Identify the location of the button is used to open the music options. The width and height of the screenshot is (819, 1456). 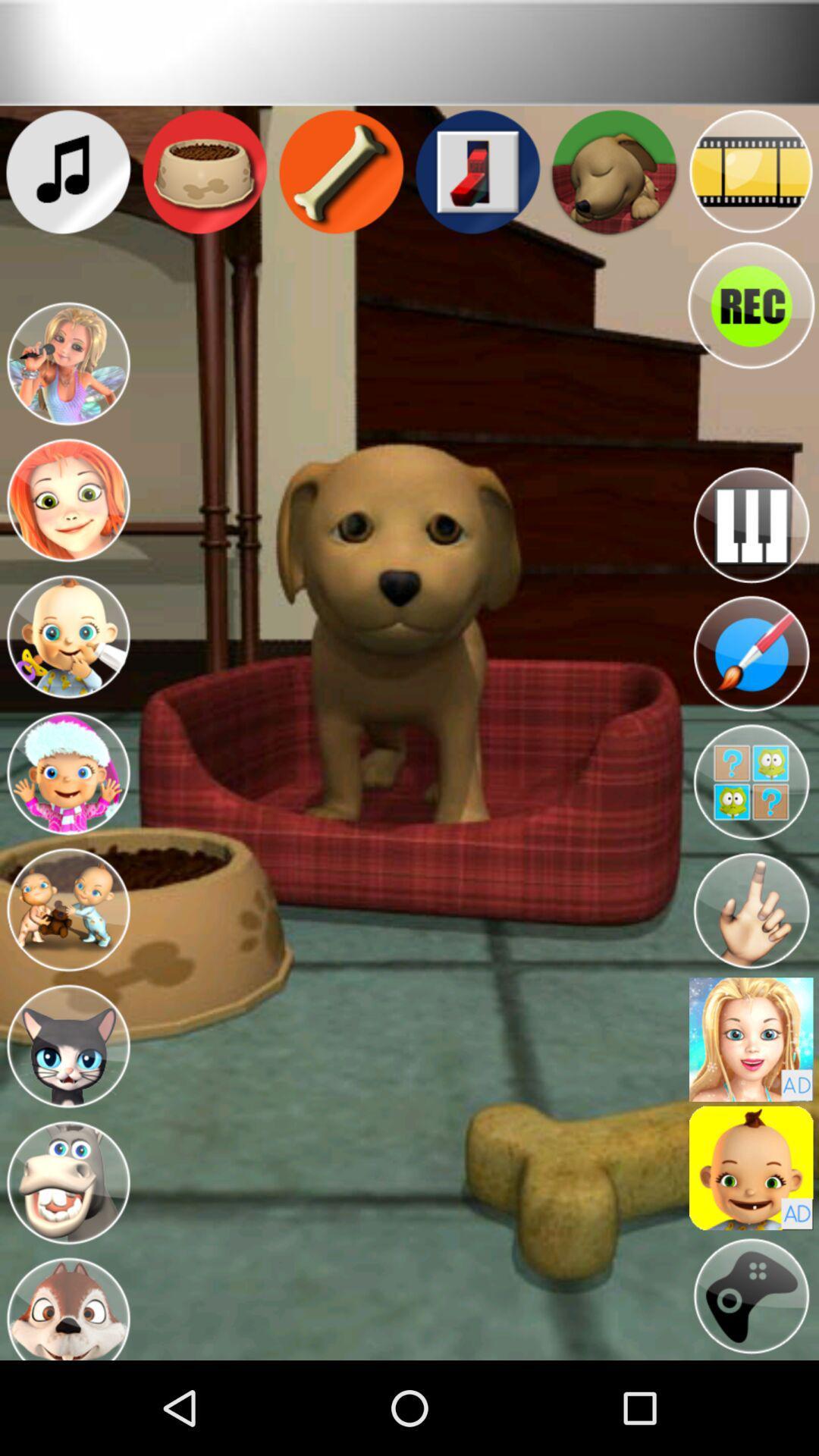
(751, 525).